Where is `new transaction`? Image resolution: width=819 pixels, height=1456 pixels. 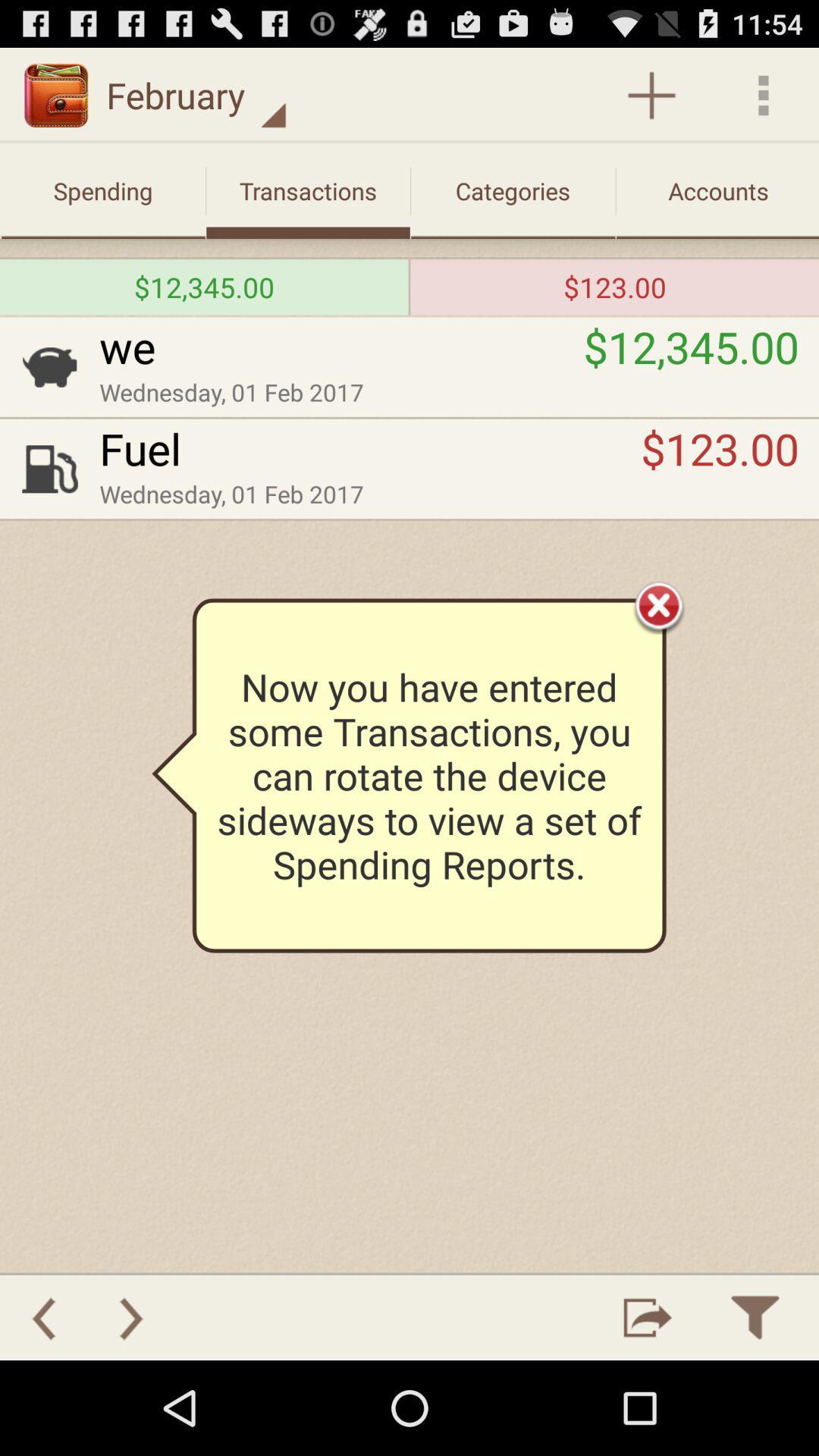
new transaction is located at coordinates (651, 94).